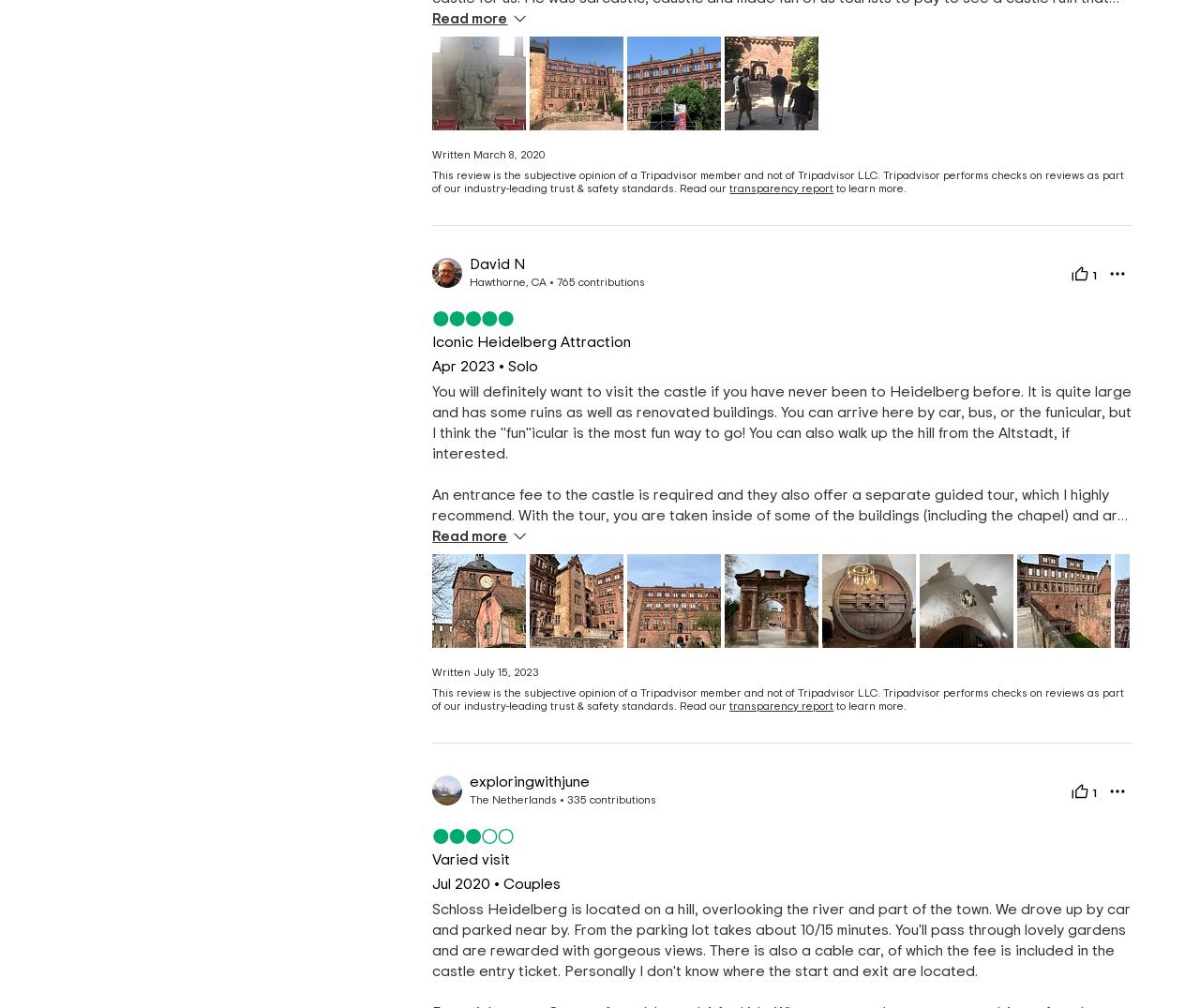  What do you see at coordinates (611, 800) in the screenshot?
I see `'335 contributions'` at bounding box center [611, 800].